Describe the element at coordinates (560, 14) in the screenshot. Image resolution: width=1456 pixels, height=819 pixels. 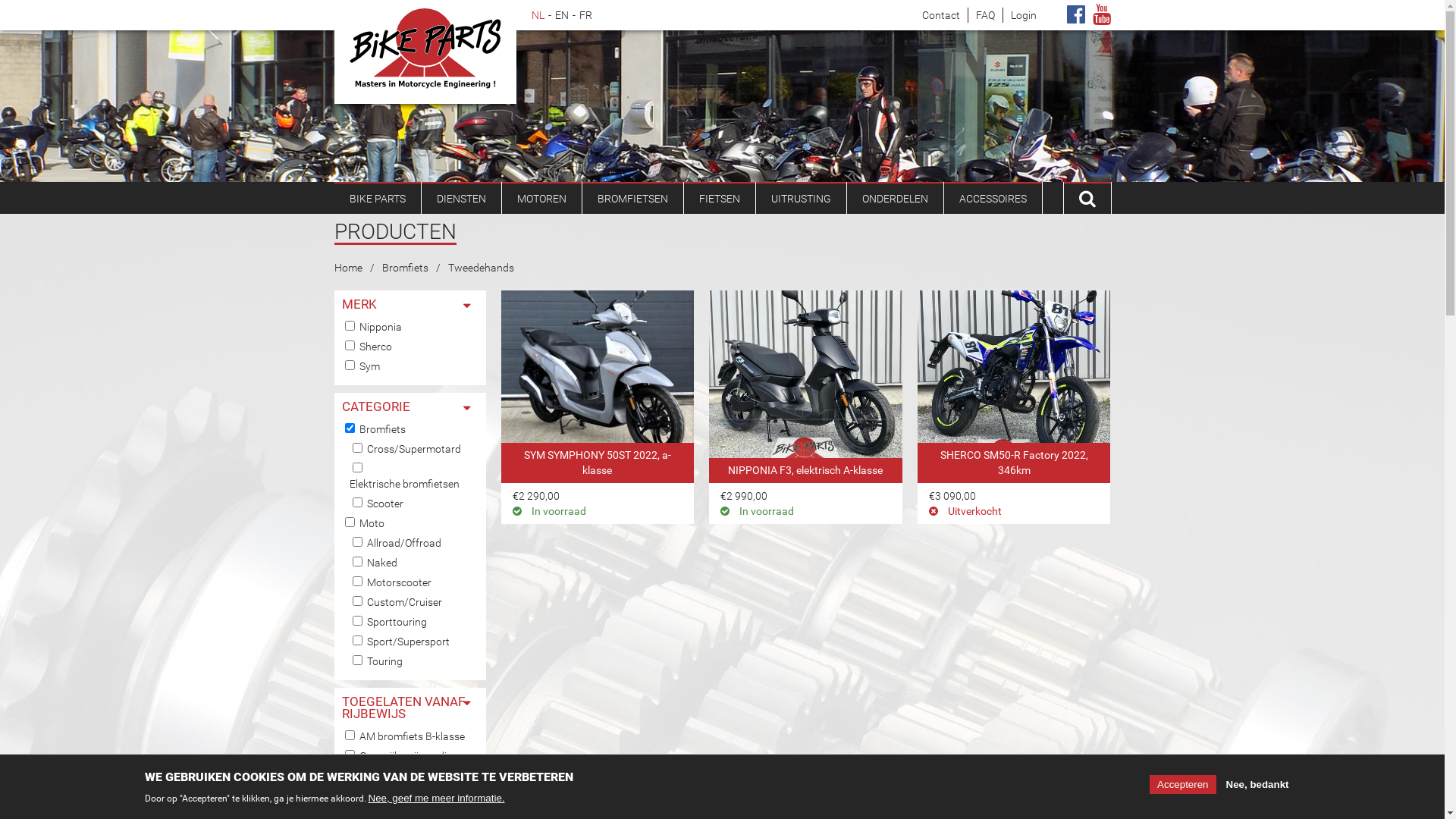
I see `'EN'` at that location.